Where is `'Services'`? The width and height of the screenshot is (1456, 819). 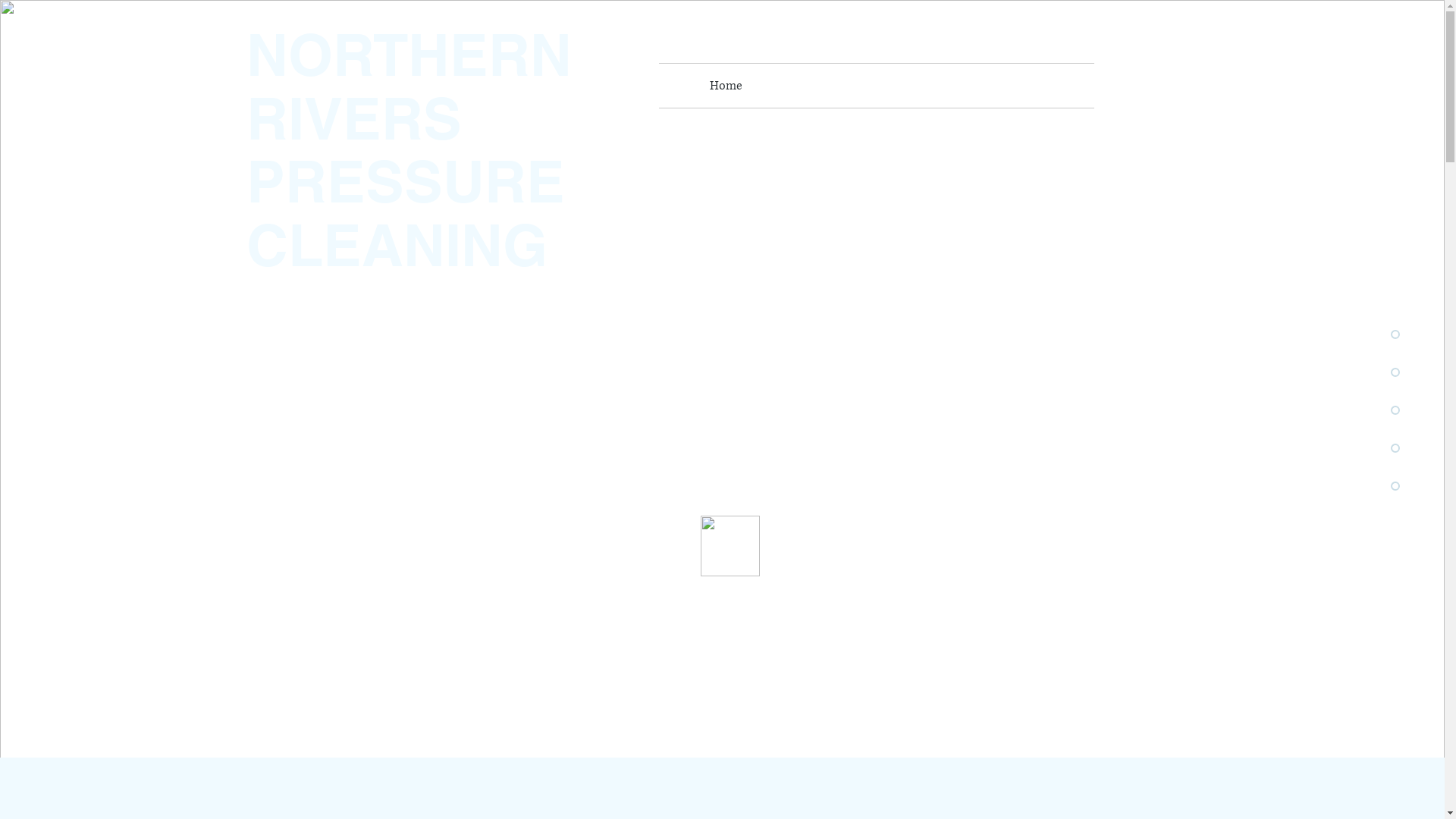 'Services' is located at coordinates (786, 85).